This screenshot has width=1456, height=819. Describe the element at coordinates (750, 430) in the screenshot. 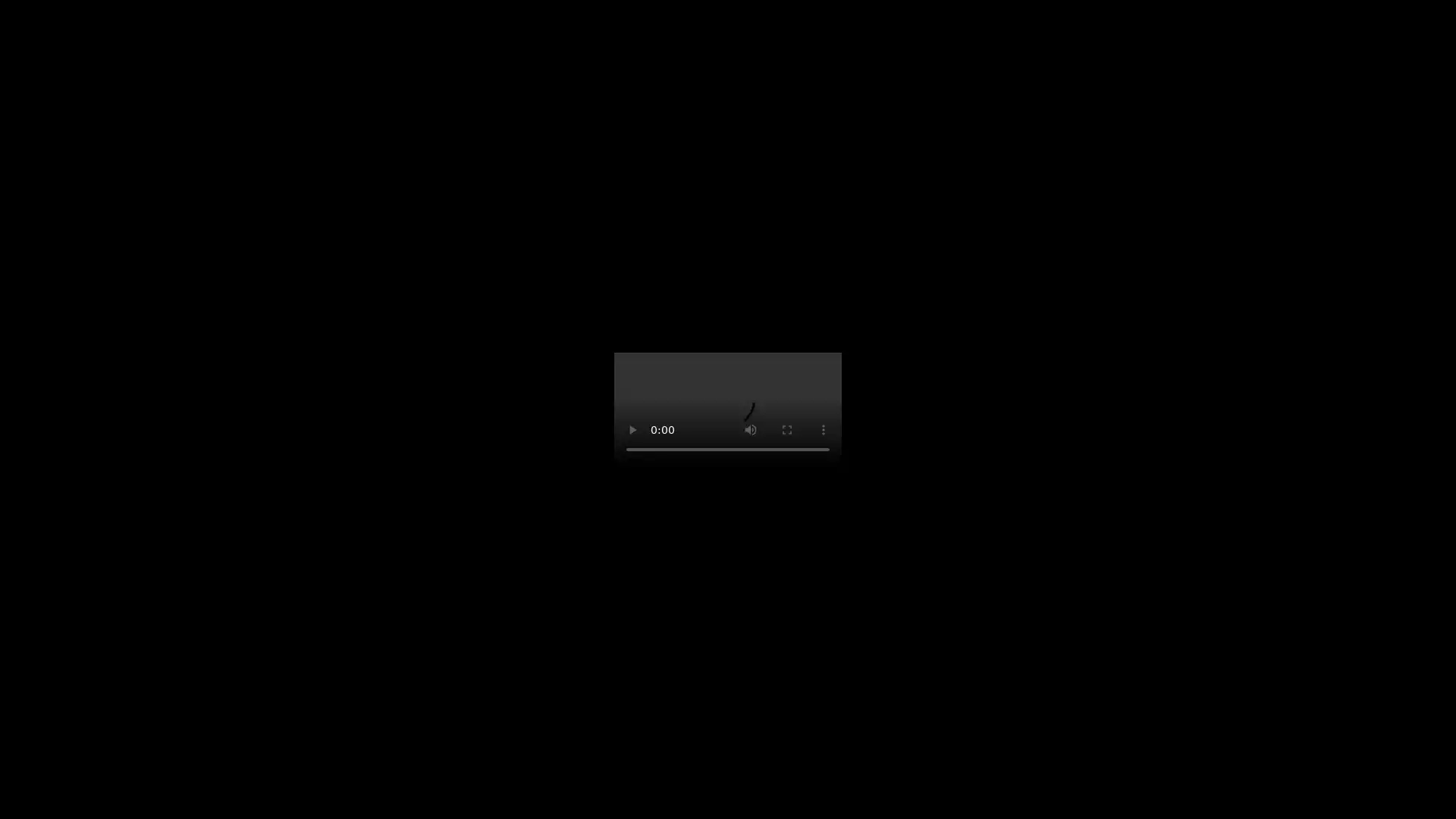

I see `mute` at that location.